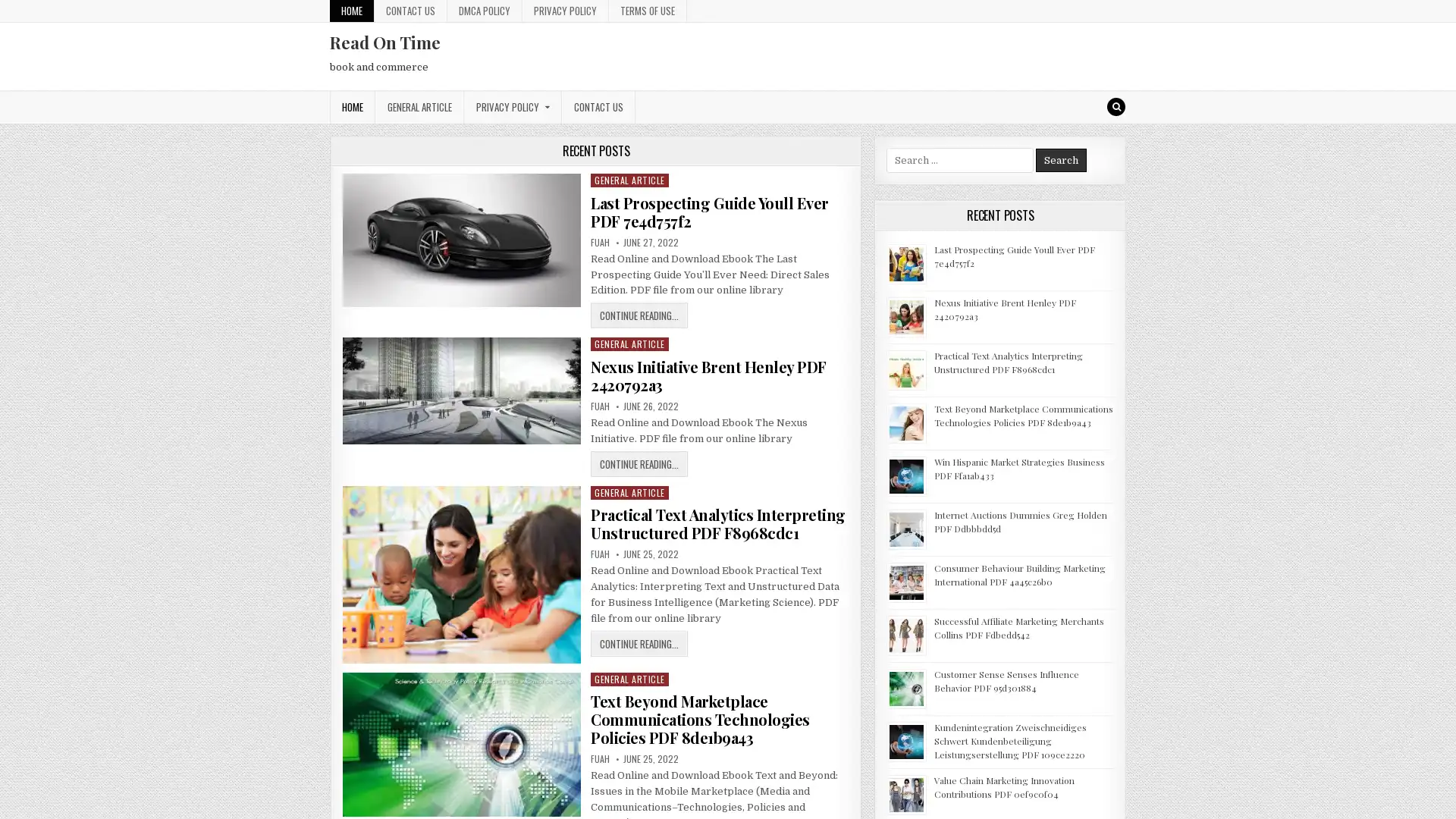  I want to click on Search, so click(1060, 160).